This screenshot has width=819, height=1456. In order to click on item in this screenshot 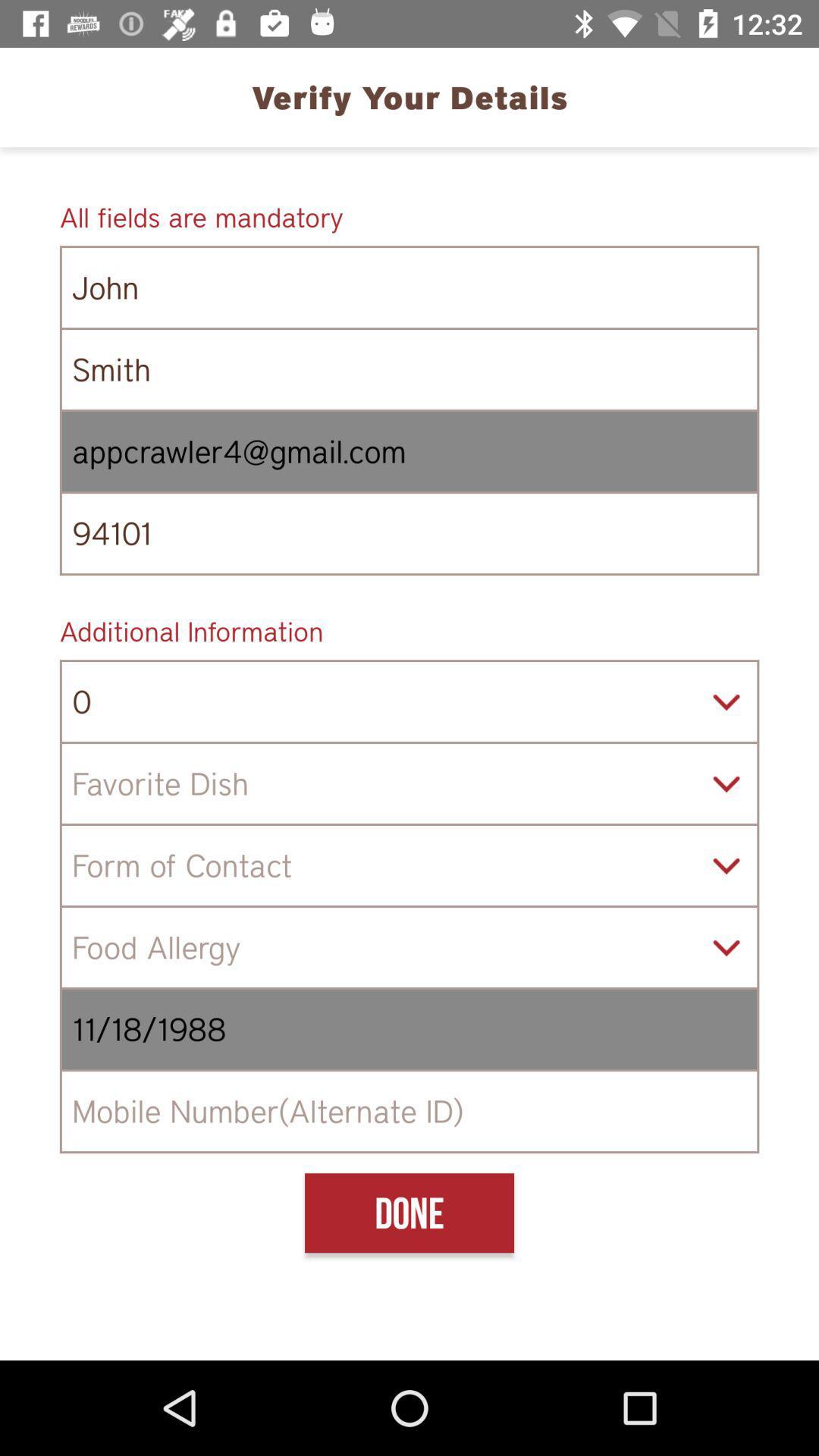, I will do `click(409, 865)`.